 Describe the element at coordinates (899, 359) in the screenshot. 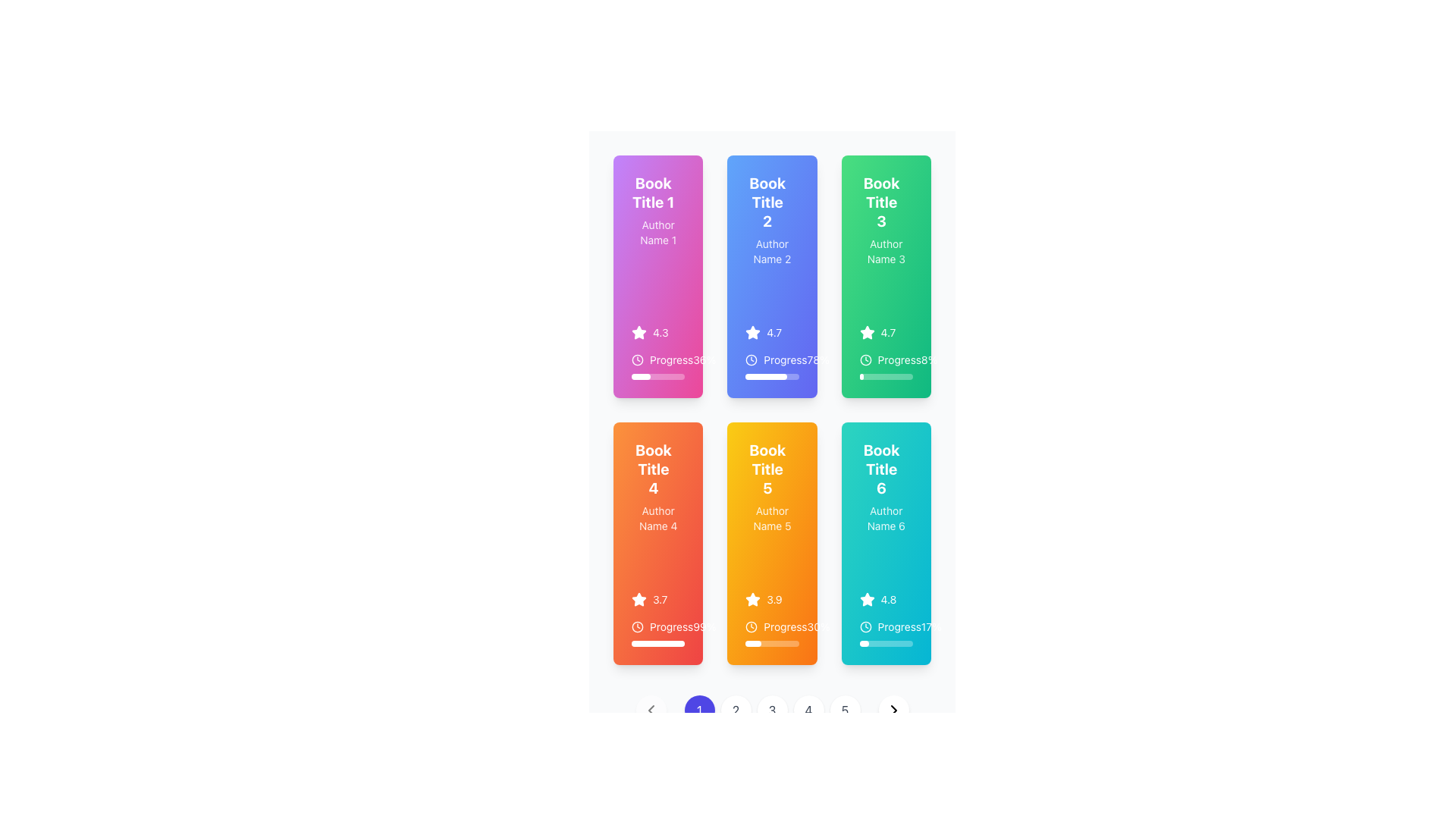

I see `the 'Progress' text label located in the third card of the top row, which indicates the progress status and is adjacent to a clock icon` at that location.